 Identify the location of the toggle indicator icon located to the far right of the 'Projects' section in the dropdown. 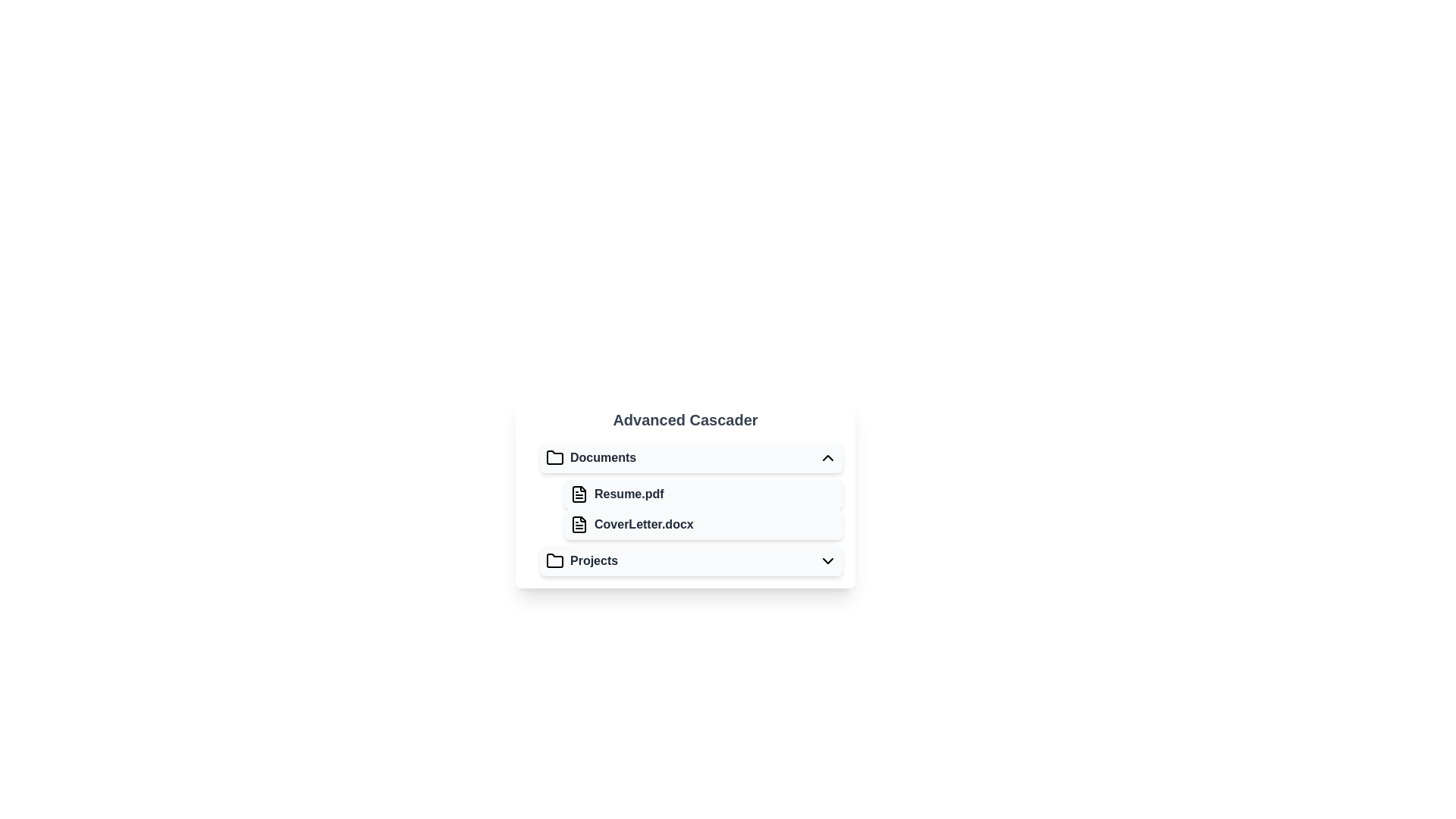
(827, 561).